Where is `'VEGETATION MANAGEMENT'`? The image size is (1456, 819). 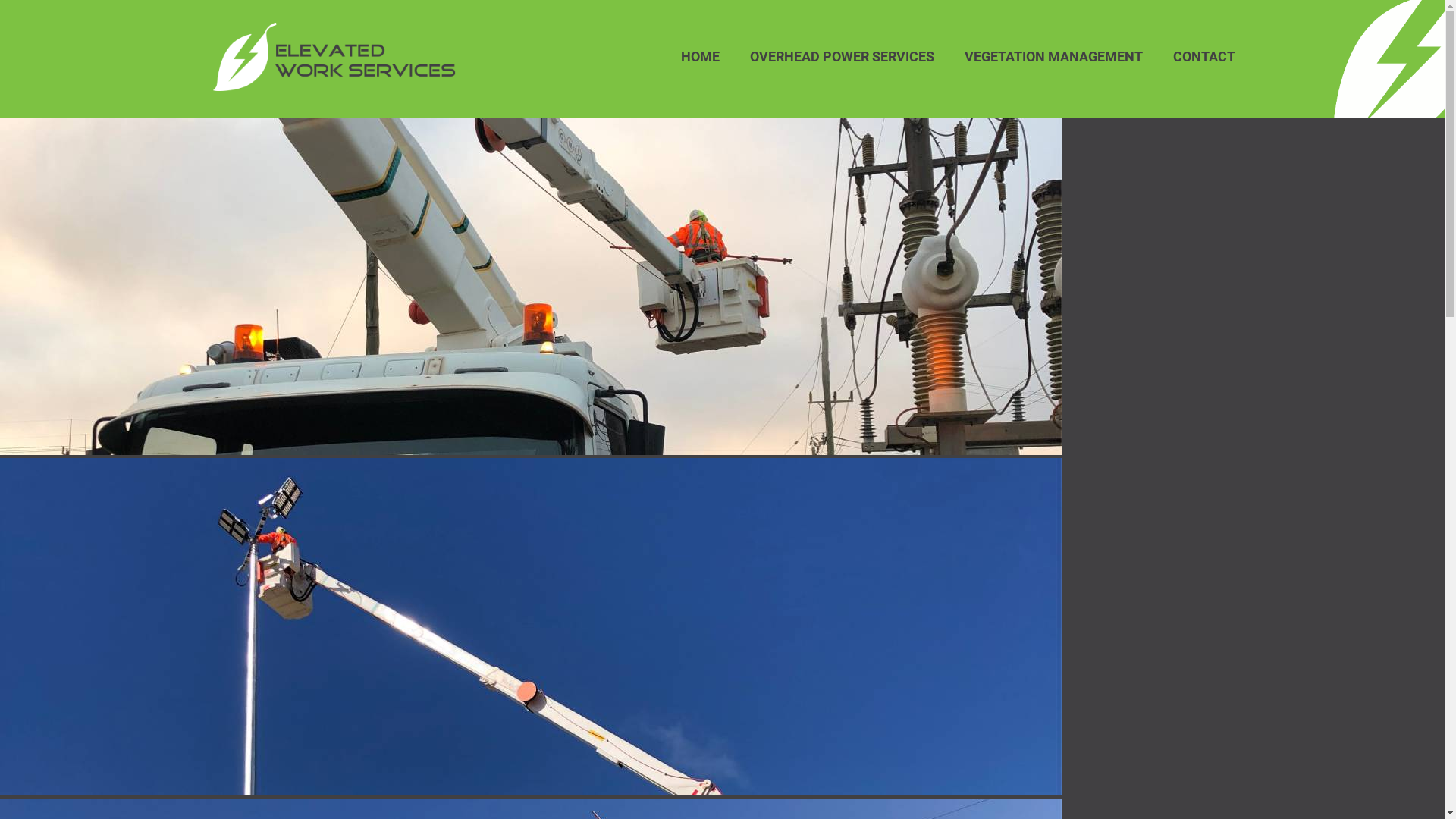
'VEGETATION MANAGEMENT' is located at coordinates (1053, 55).